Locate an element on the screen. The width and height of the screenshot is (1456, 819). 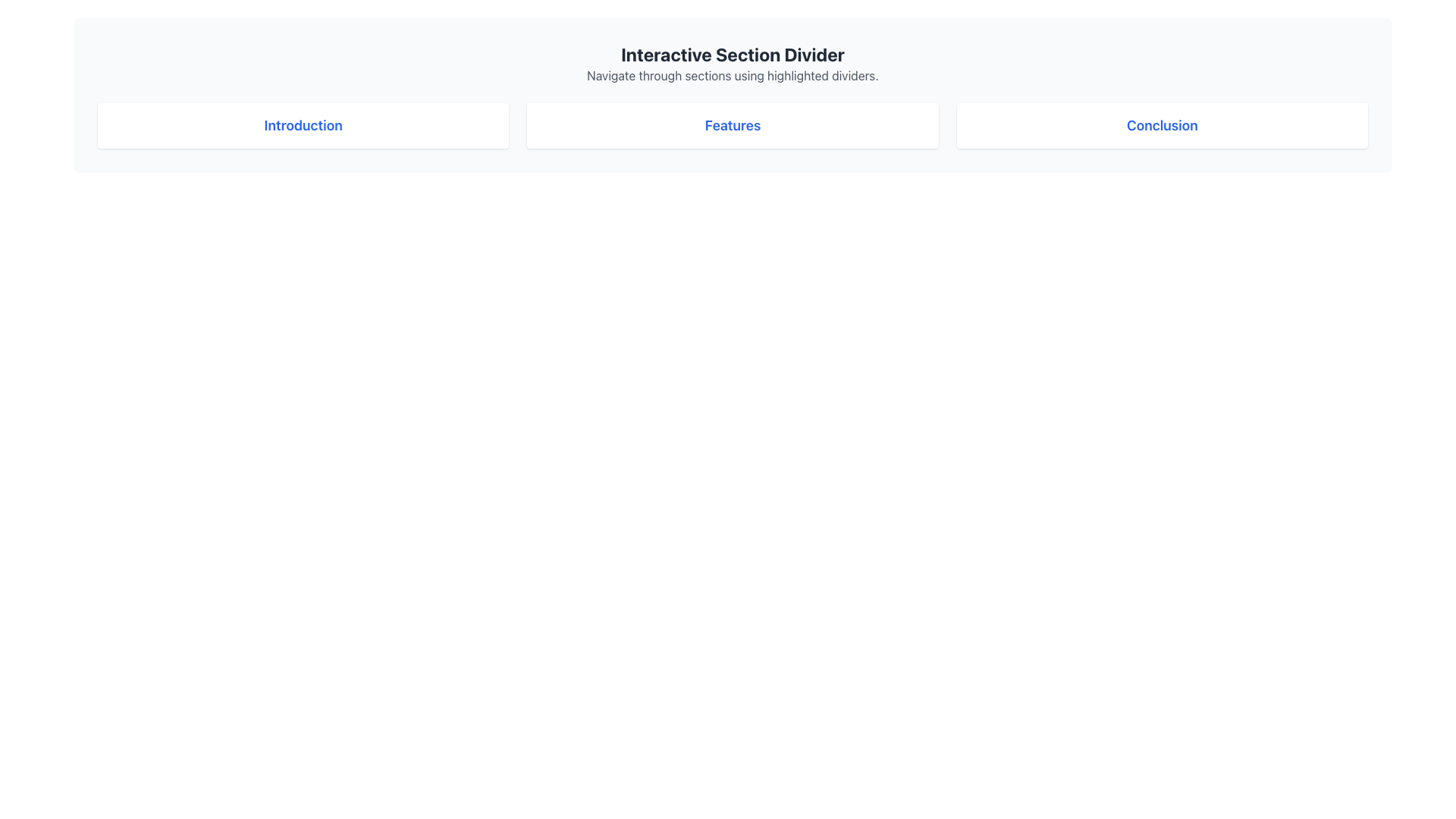
the 'Introduction' button, which is the first option in a grid layout with a white background and blue bold text is located at coordinates (303, 124).